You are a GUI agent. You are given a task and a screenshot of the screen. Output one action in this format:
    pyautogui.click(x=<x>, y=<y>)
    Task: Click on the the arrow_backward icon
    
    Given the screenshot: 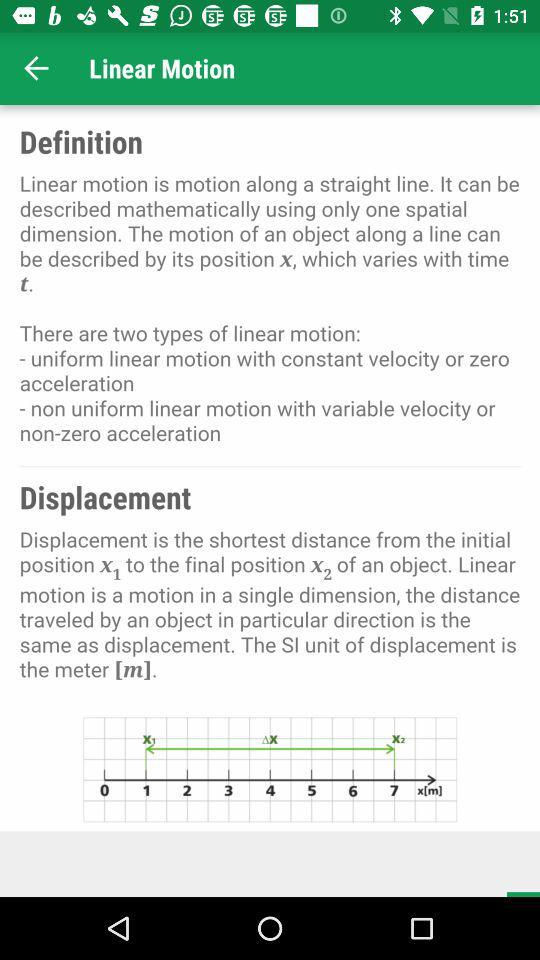 What is the action you would take?
    pyautogui.click(x=36, y=68)
    